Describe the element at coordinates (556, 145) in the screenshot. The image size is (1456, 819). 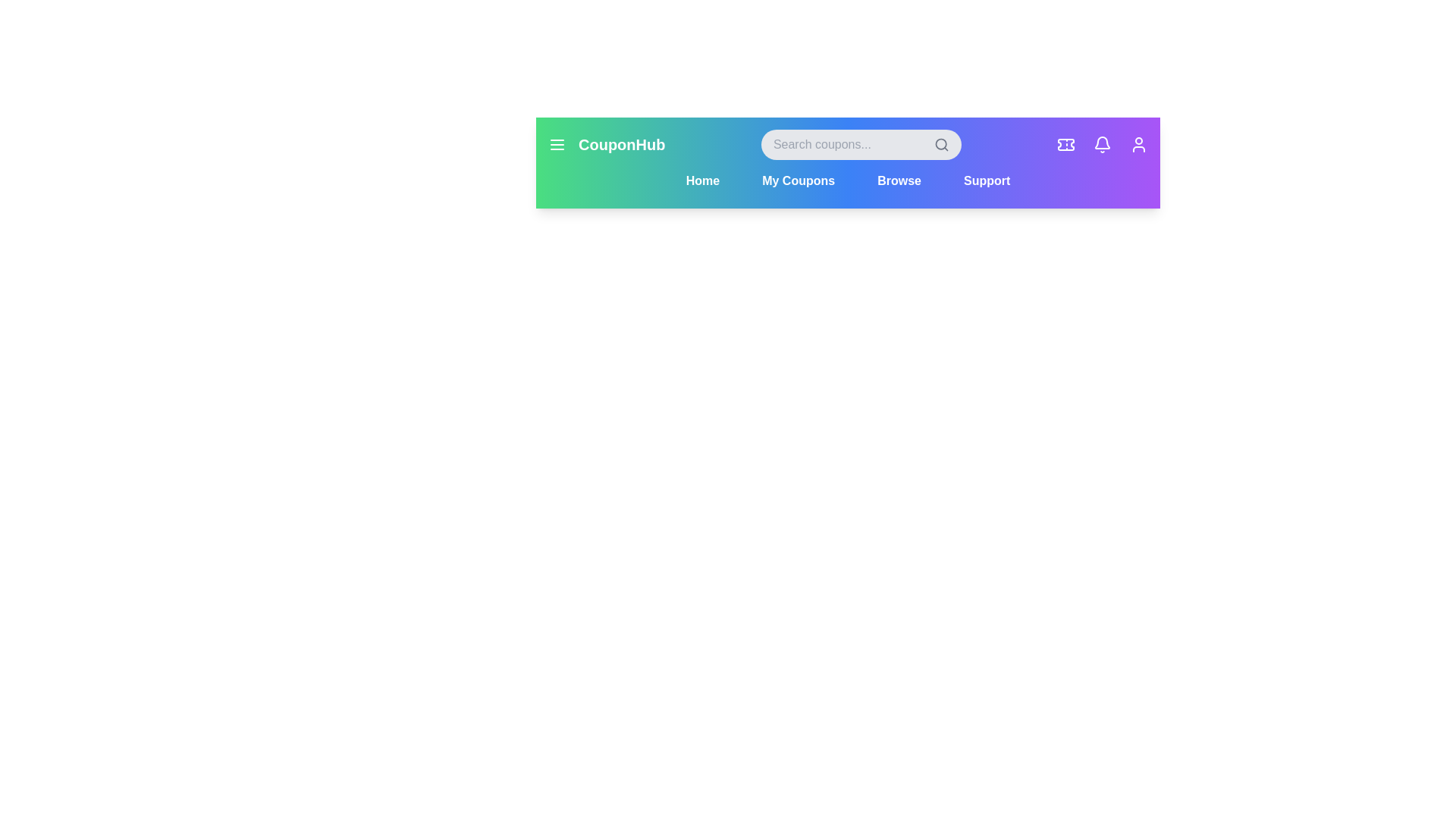
I see `the menu icon to toggle the menu visibility` at that location.